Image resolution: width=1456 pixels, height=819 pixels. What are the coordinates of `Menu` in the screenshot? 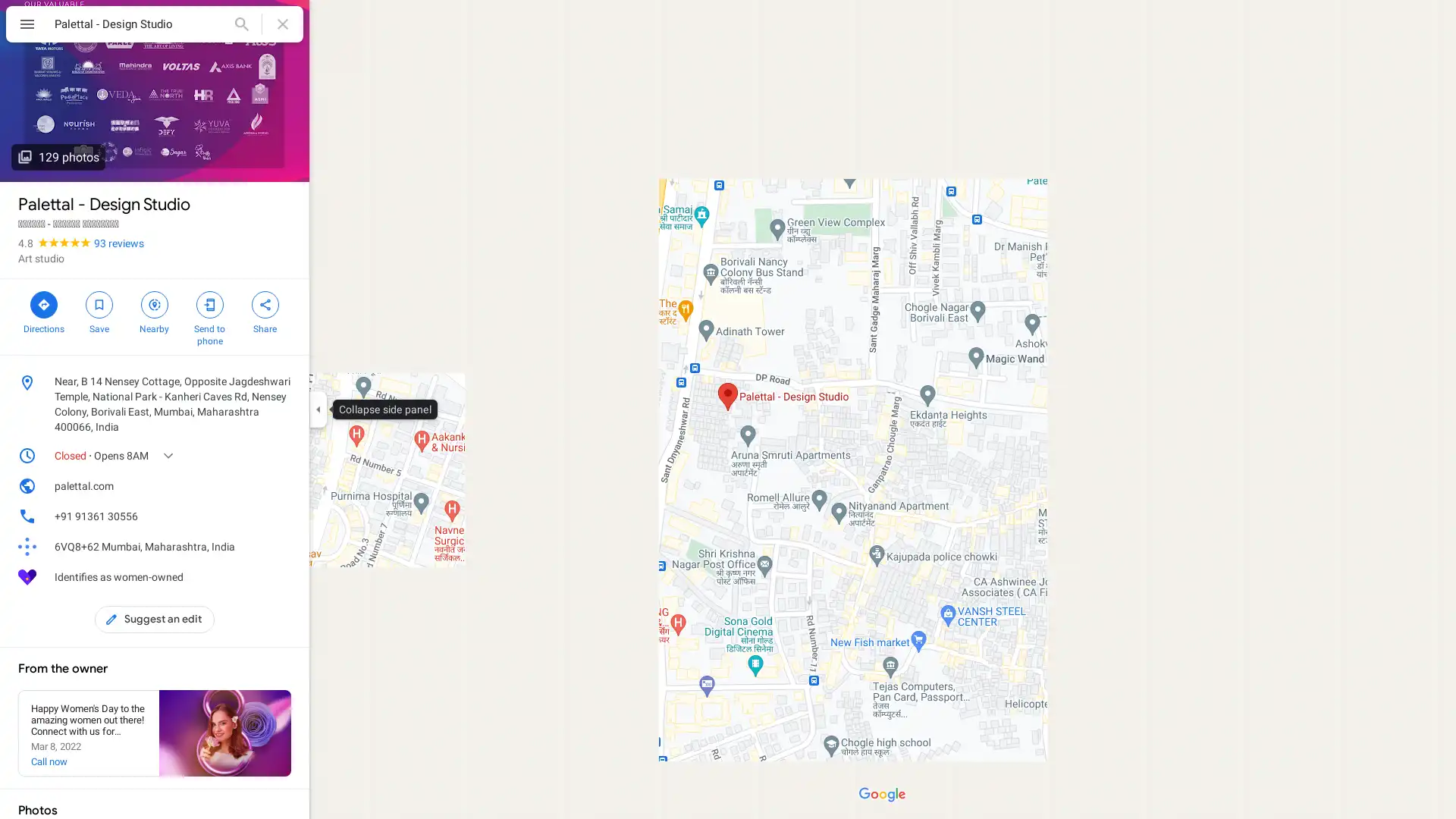 It's located at (27, 26).